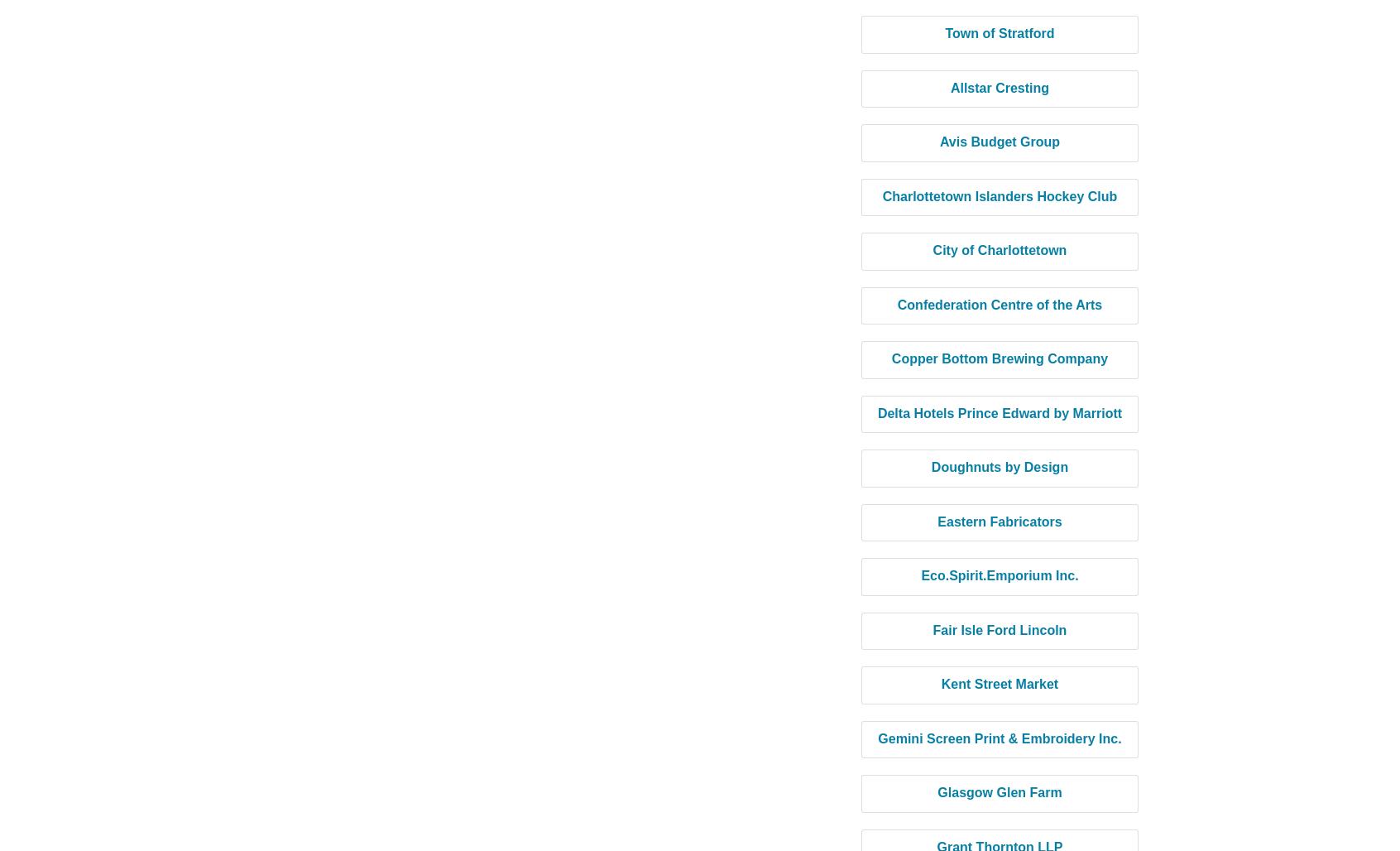 This screenshot has width=1400, height=851. I want to click on 'Eco.Spirit.Emporium Inc.', so click(999, 575).